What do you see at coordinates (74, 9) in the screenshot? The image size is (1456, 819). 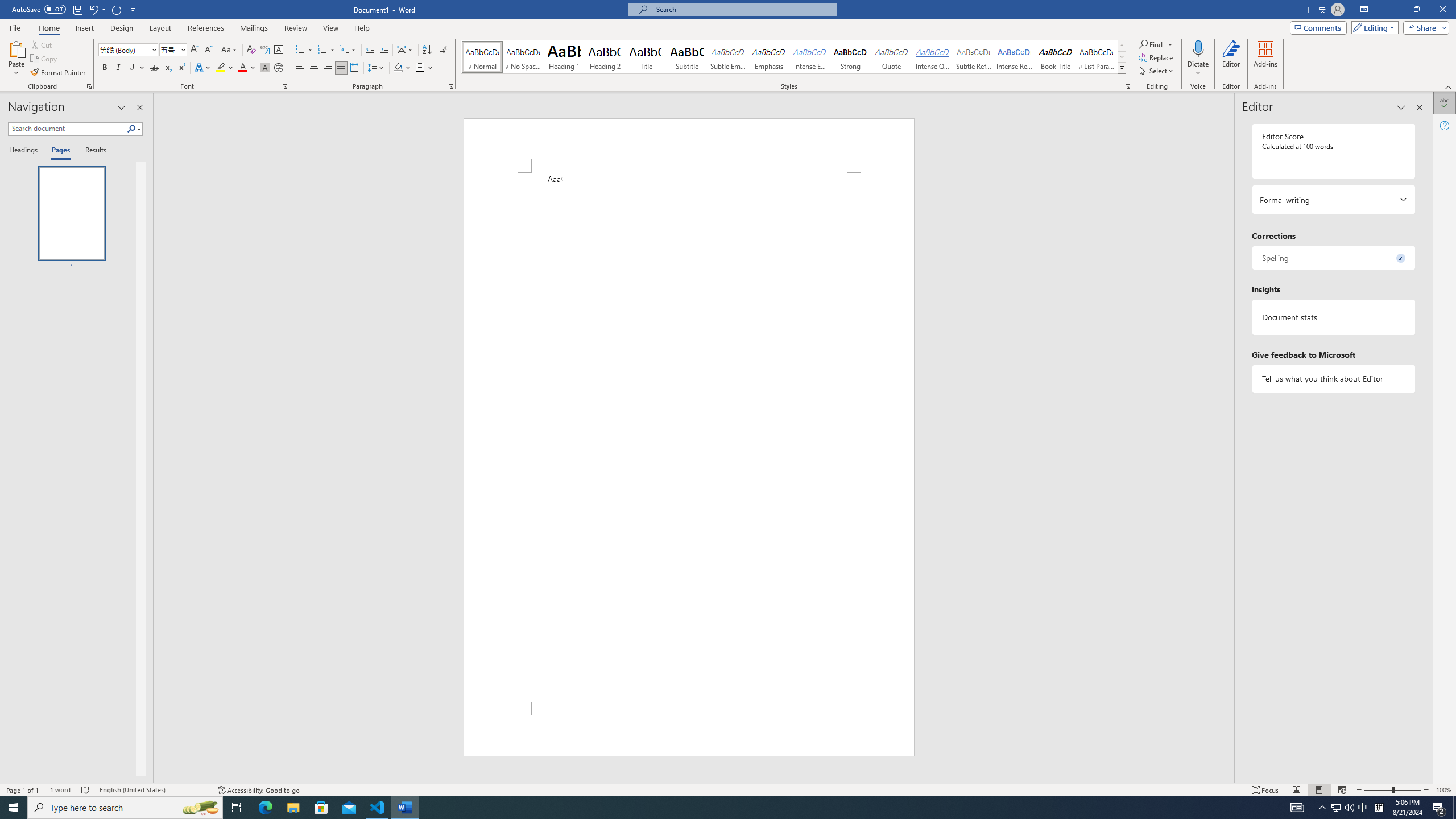 I see `'Quick Access Toolbar'` at bounding box center [74, 9].